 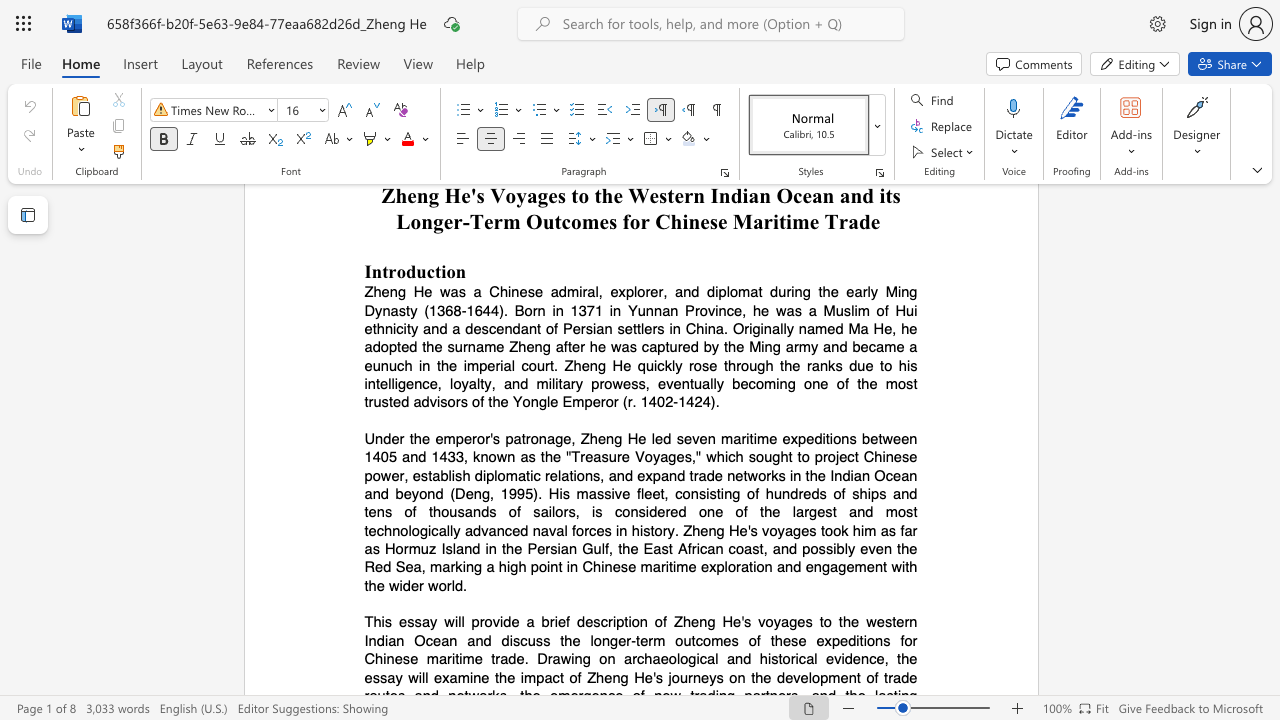 What do you see at coordinates (418, 585) in the screenshot?
I see `the subset text "r worl" within the text "the Red Sea, marking a high point in Chinese maritime exploration and engagement with the wider world."` at bounding box center [418, 585].